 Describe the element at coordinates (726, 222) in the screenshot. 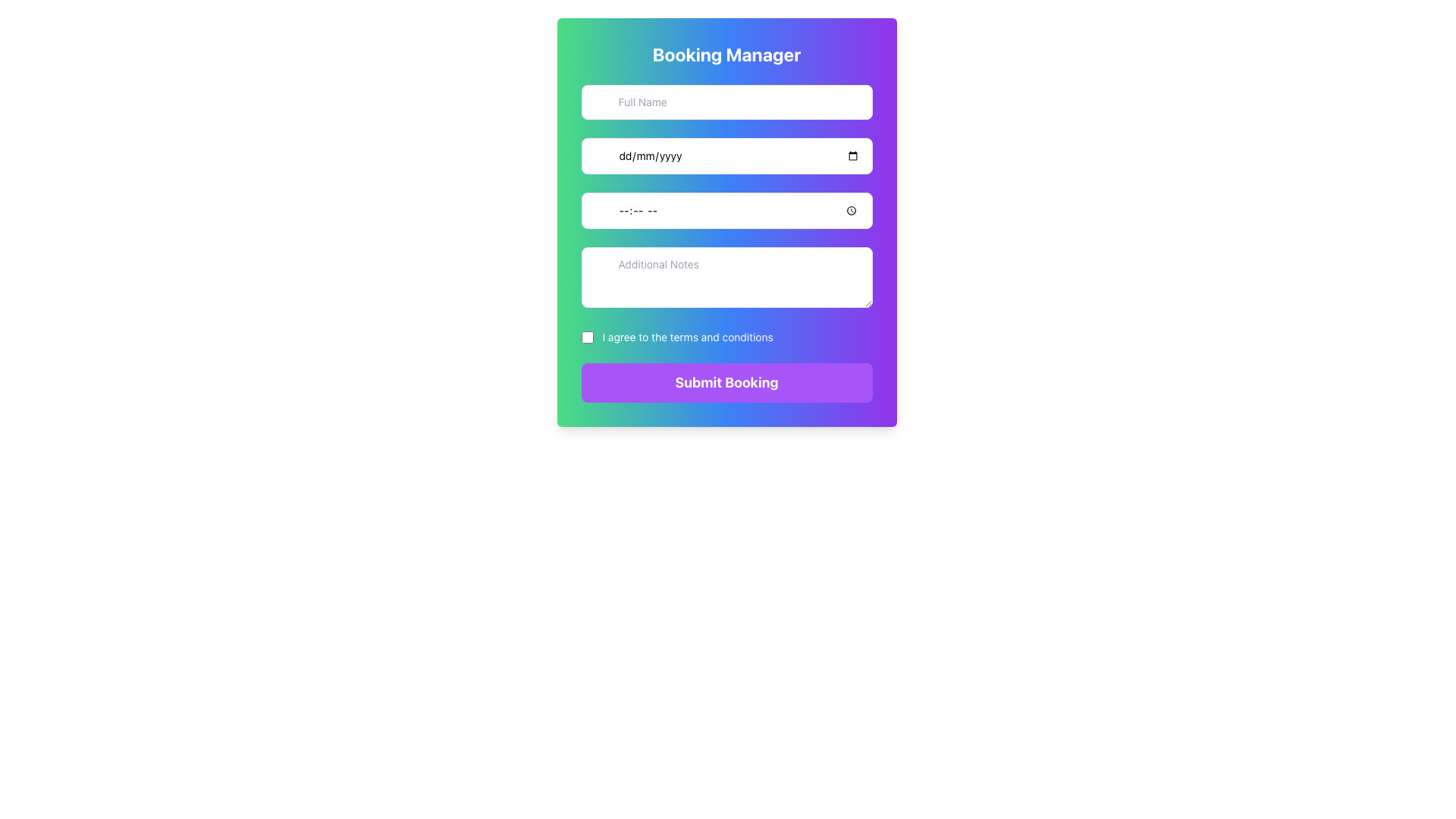

I see `the text input field for time entry, which is visually indicated by a clock icon and is positioned below the date field and above the notes area` at that location.